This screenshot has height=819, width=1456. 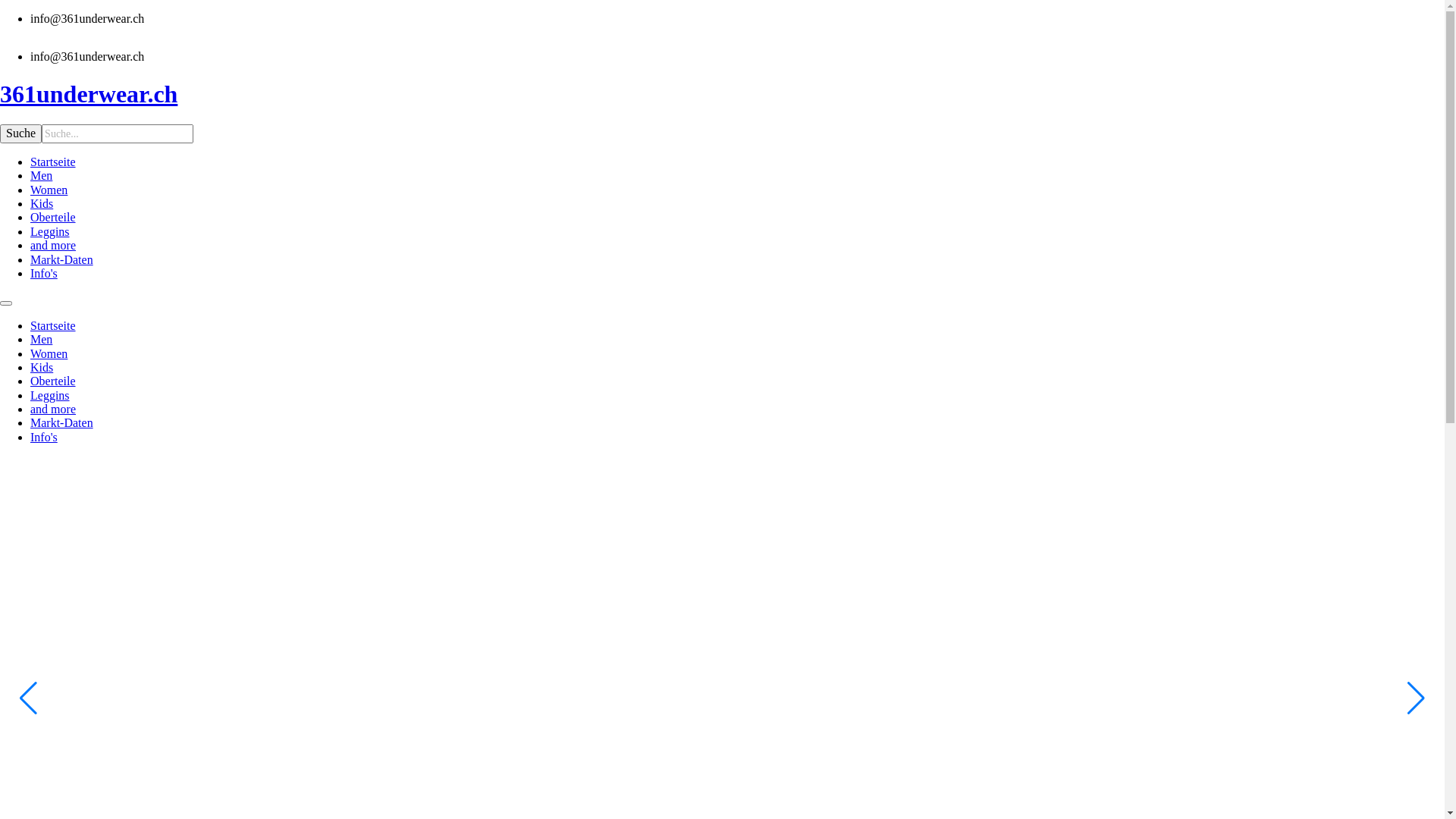 I want to click on 'Kids', so click(x=41, y=367).